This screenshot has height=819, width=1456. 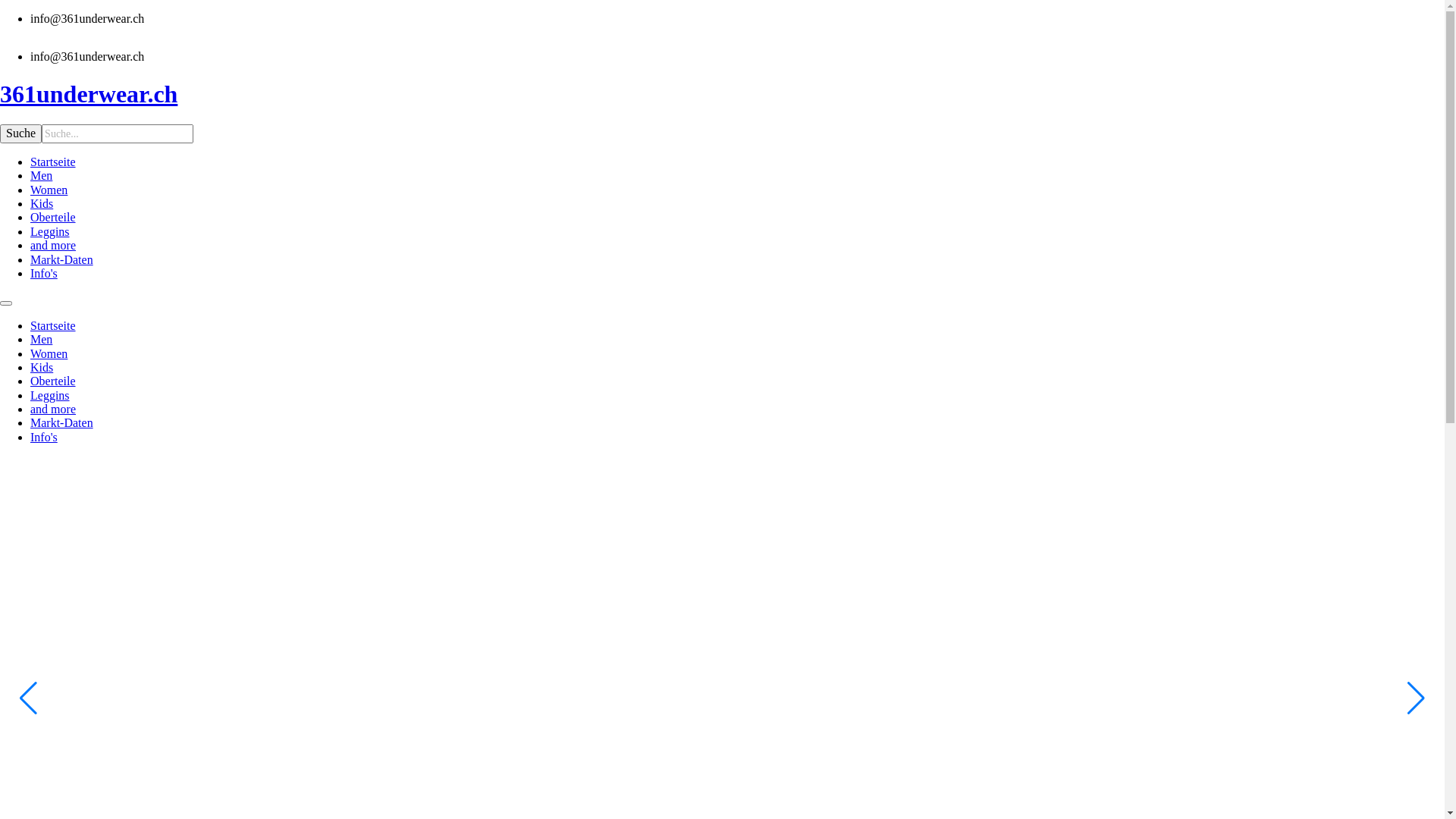 I want to click on 'Kids', so click(x=41, y=367).